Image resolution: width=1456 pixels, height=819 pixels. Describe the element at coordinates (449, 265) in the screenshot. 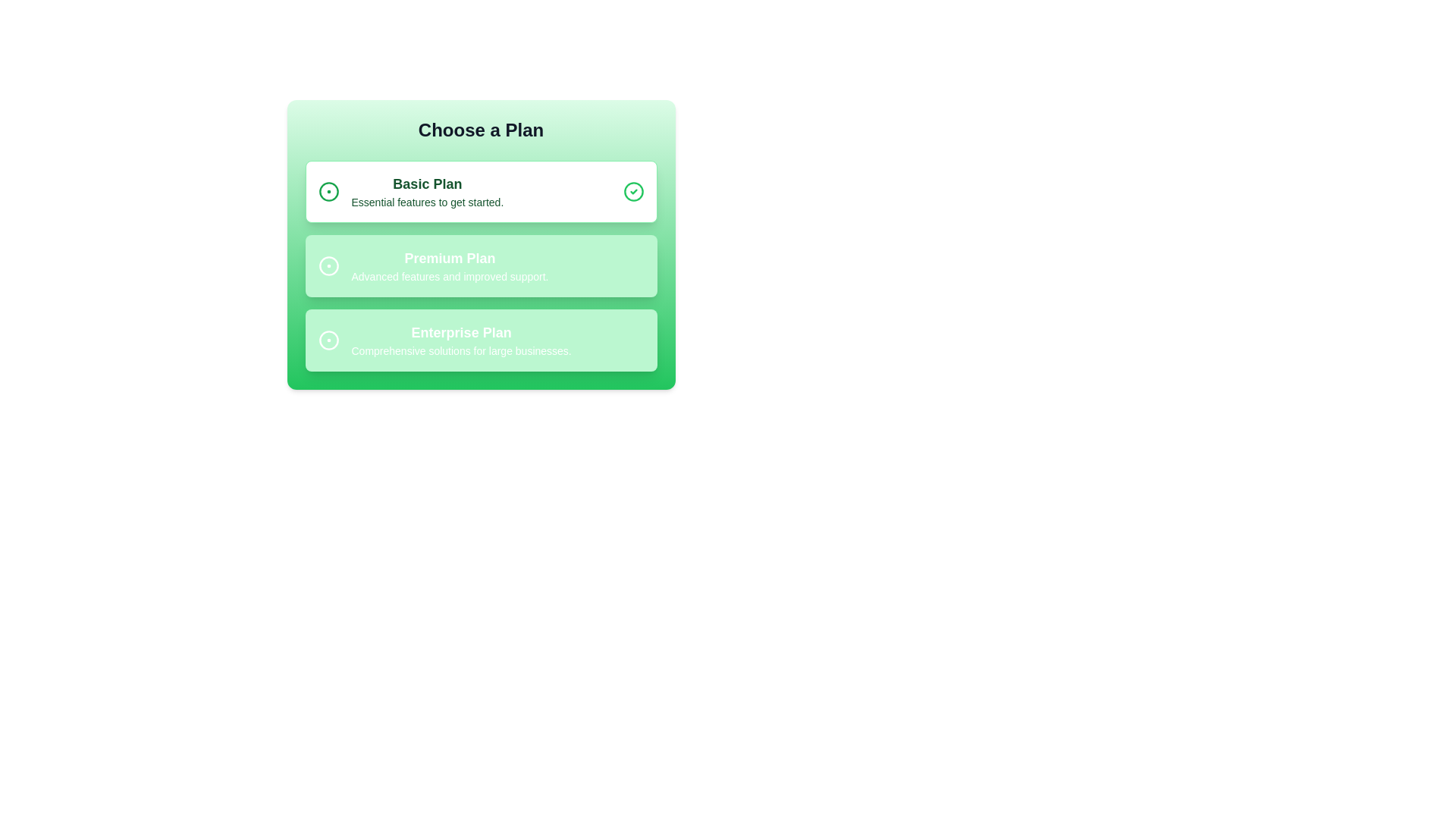

I see `text display located within the highlighted option card labeled 'Premium Plan', which provides details about its features` at that location.